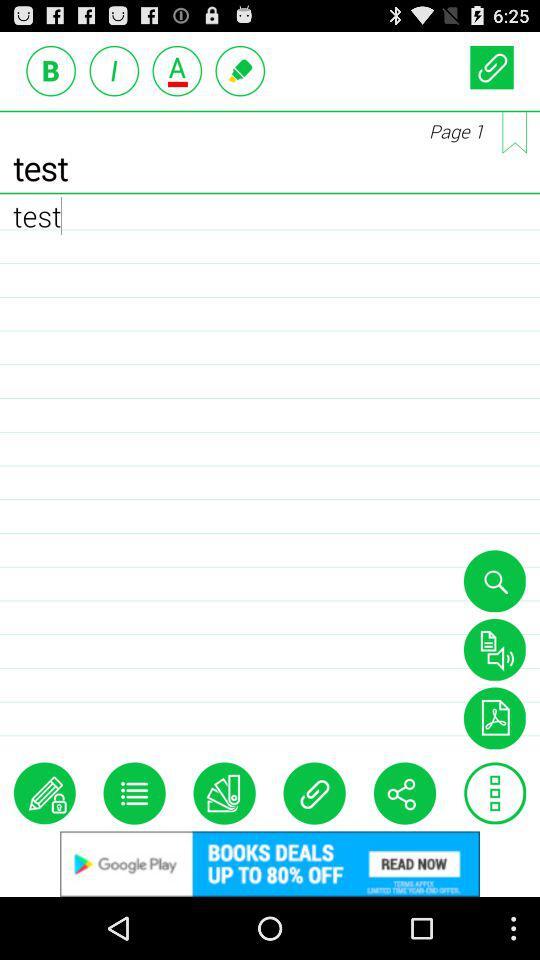  I want to click on link adobe media, so click(493, 718).